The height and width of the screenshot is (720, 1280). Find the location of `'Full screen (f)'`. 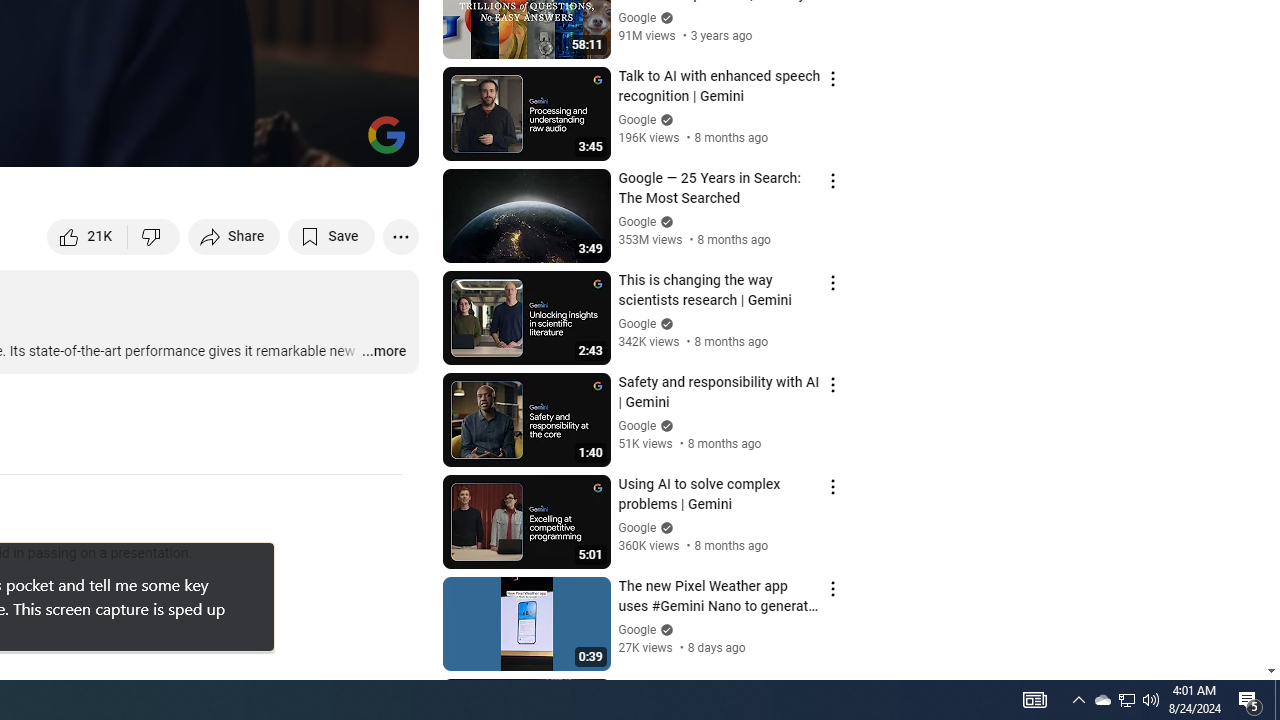

'Full screen (f)' is located at coordinates (382, 141).